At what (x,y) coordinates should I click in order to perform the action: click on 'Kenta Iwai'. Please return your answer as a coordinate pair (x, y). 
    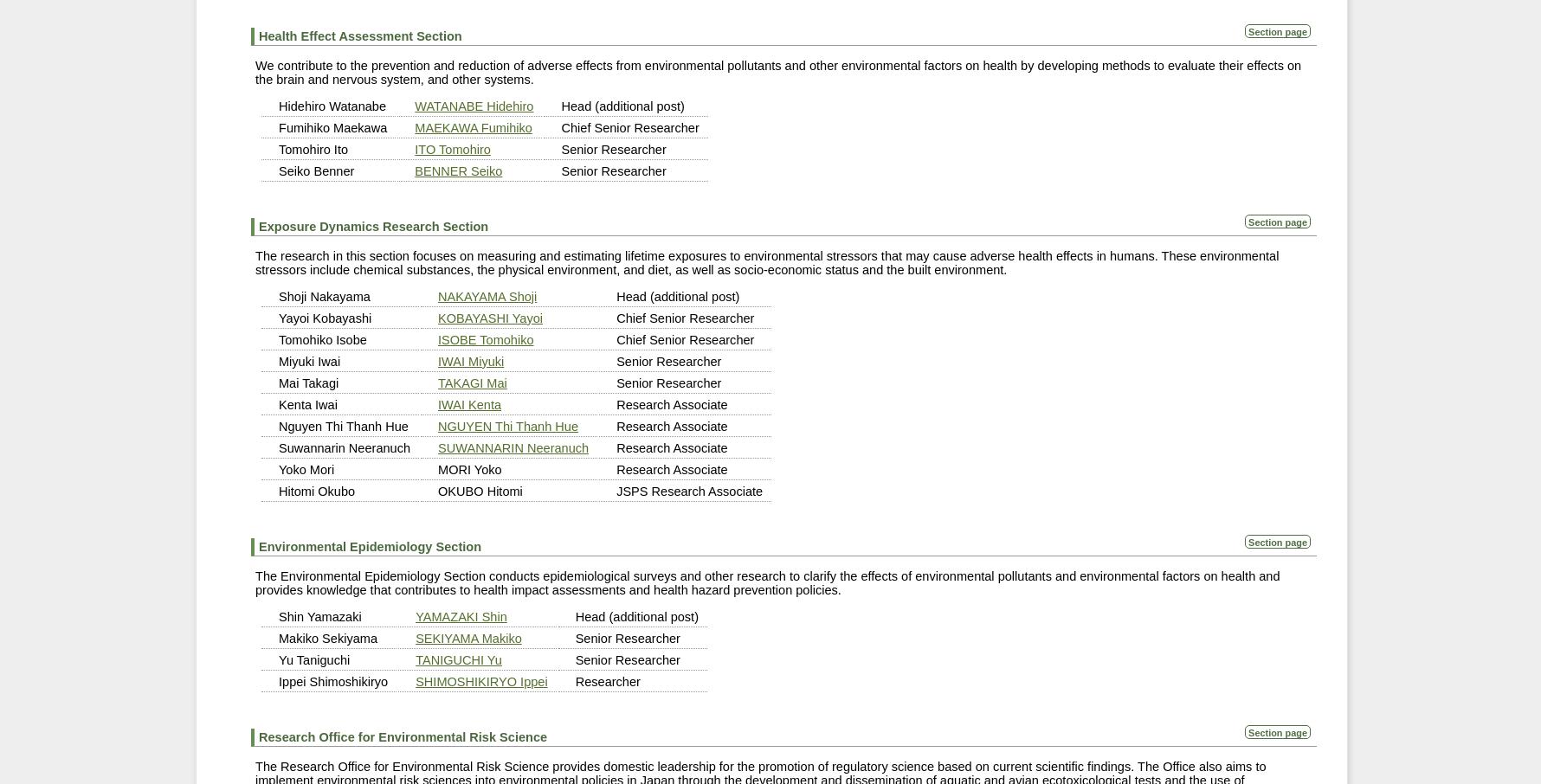
    Looking at the image, I should click on (307, 403).